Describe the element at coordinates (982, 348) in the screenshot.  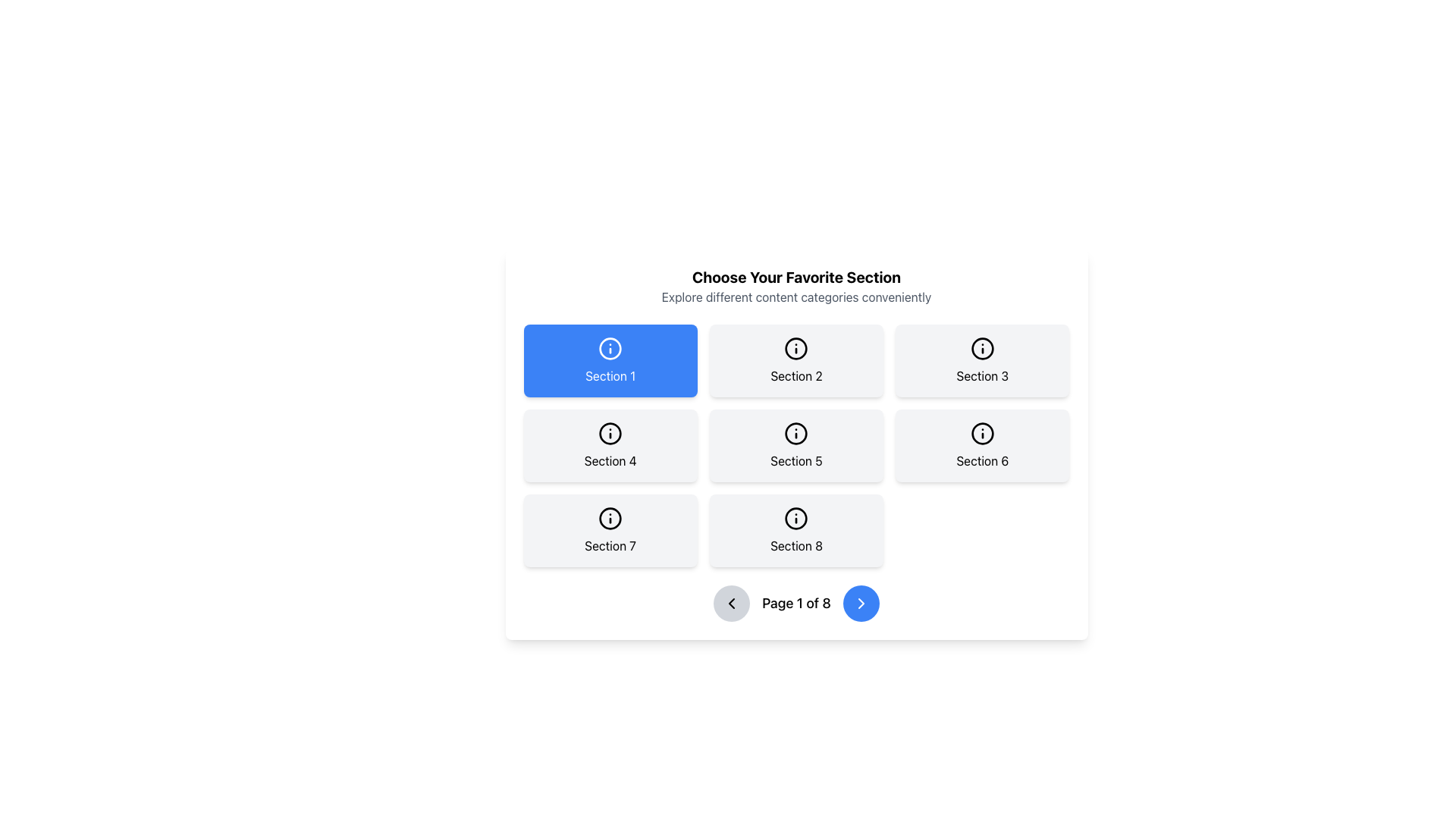
I see `the informative icon within the button labeled 'Section 3', located in the first row and third column of the grid` at that location.